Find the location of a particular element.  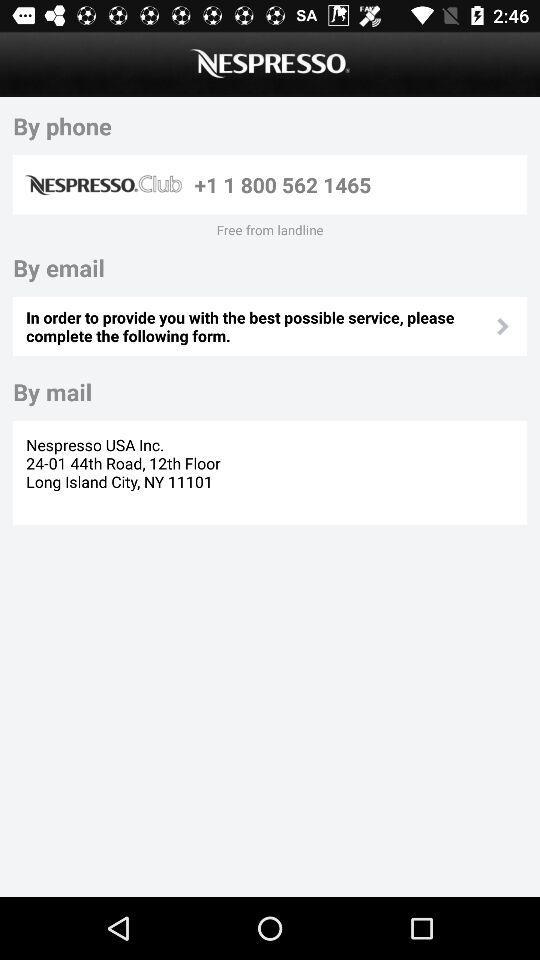

icon above free from landline item is located at coordinates (356, 184).